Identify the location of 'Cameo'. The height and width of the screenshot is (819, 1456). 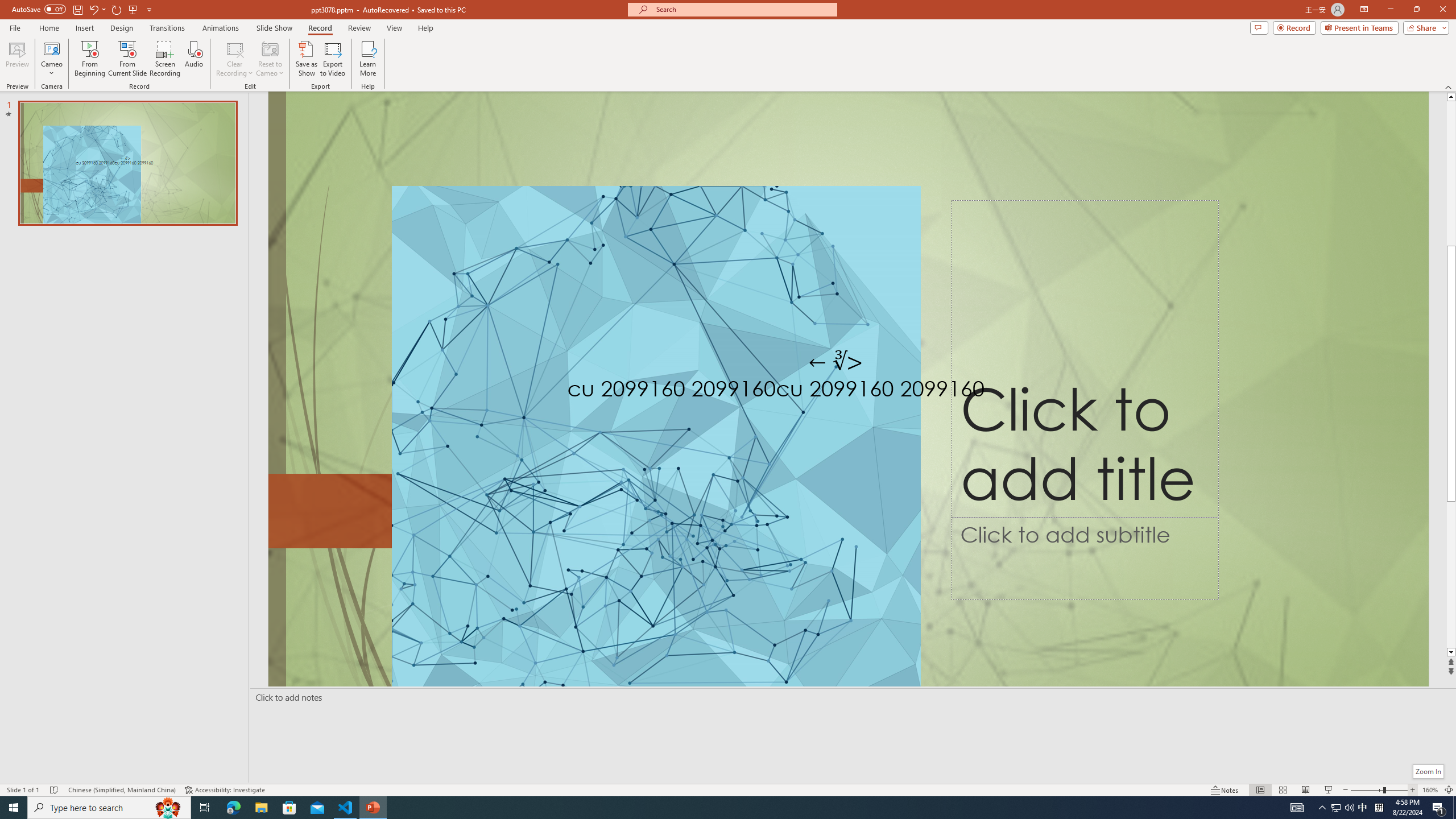
(51, 48).